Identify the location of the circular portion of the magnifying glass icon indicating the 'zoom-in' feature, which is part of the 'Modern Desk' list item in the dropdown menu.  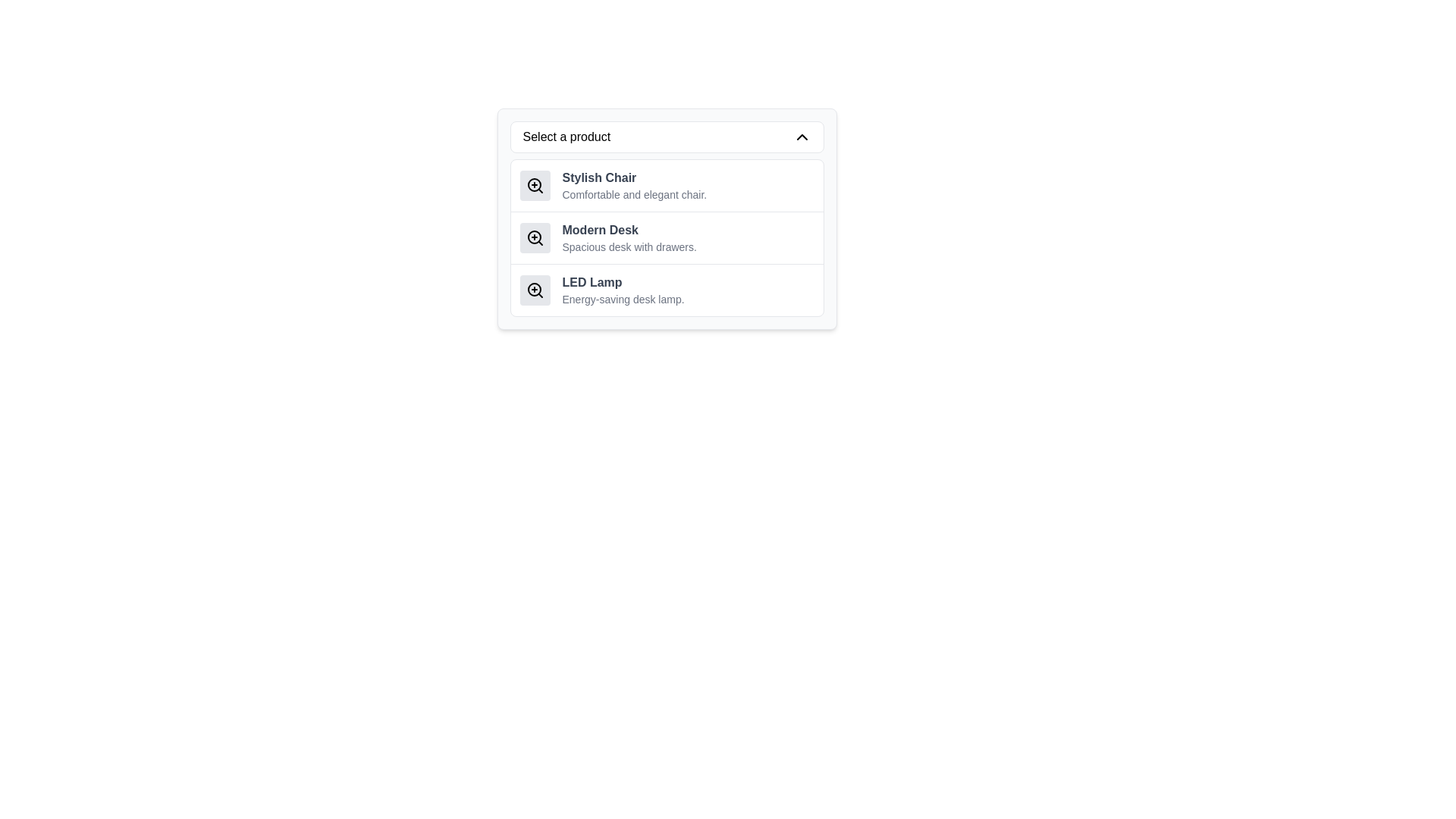
(534, 237).